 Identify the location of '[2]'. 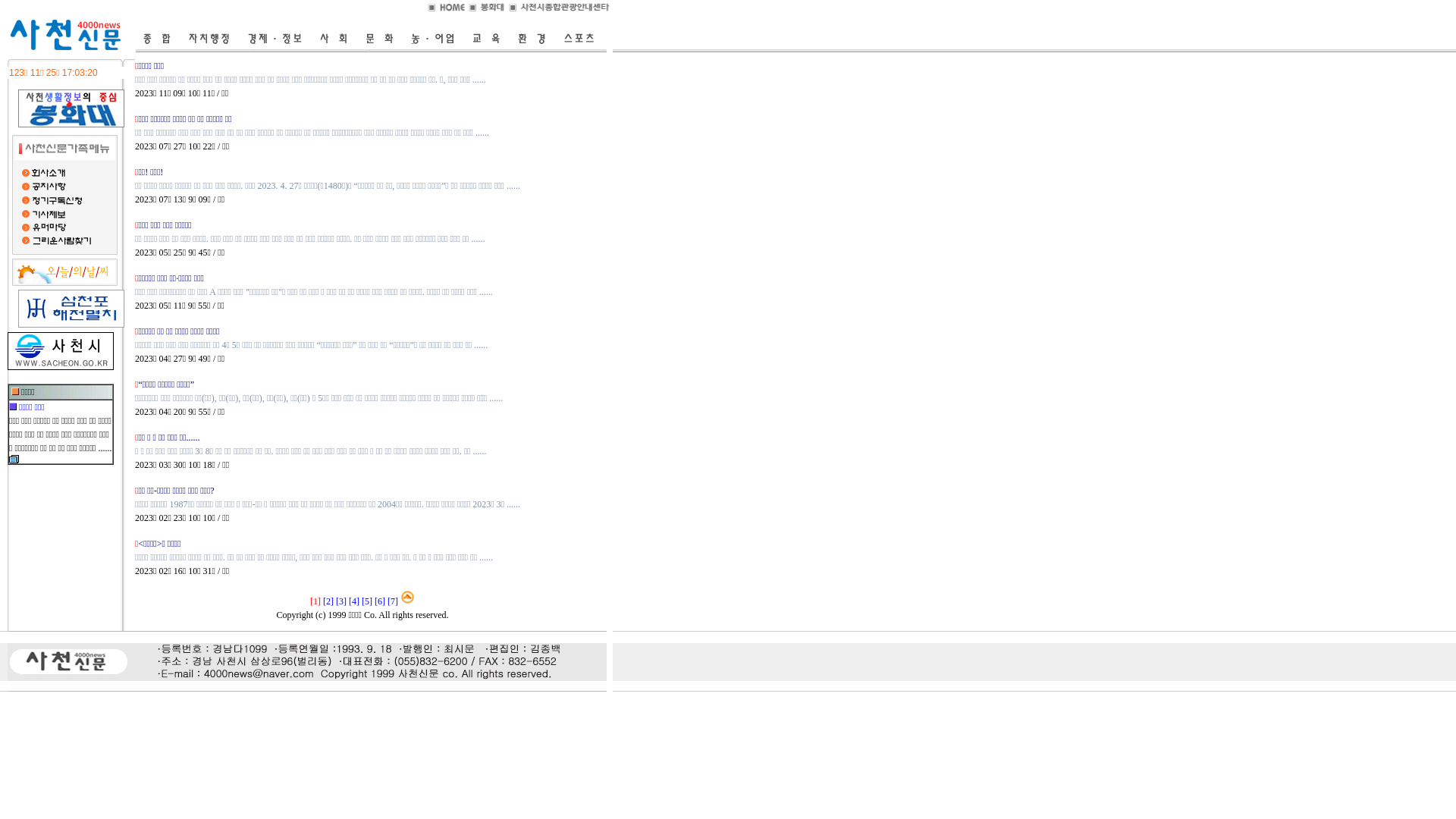
(327, 601).